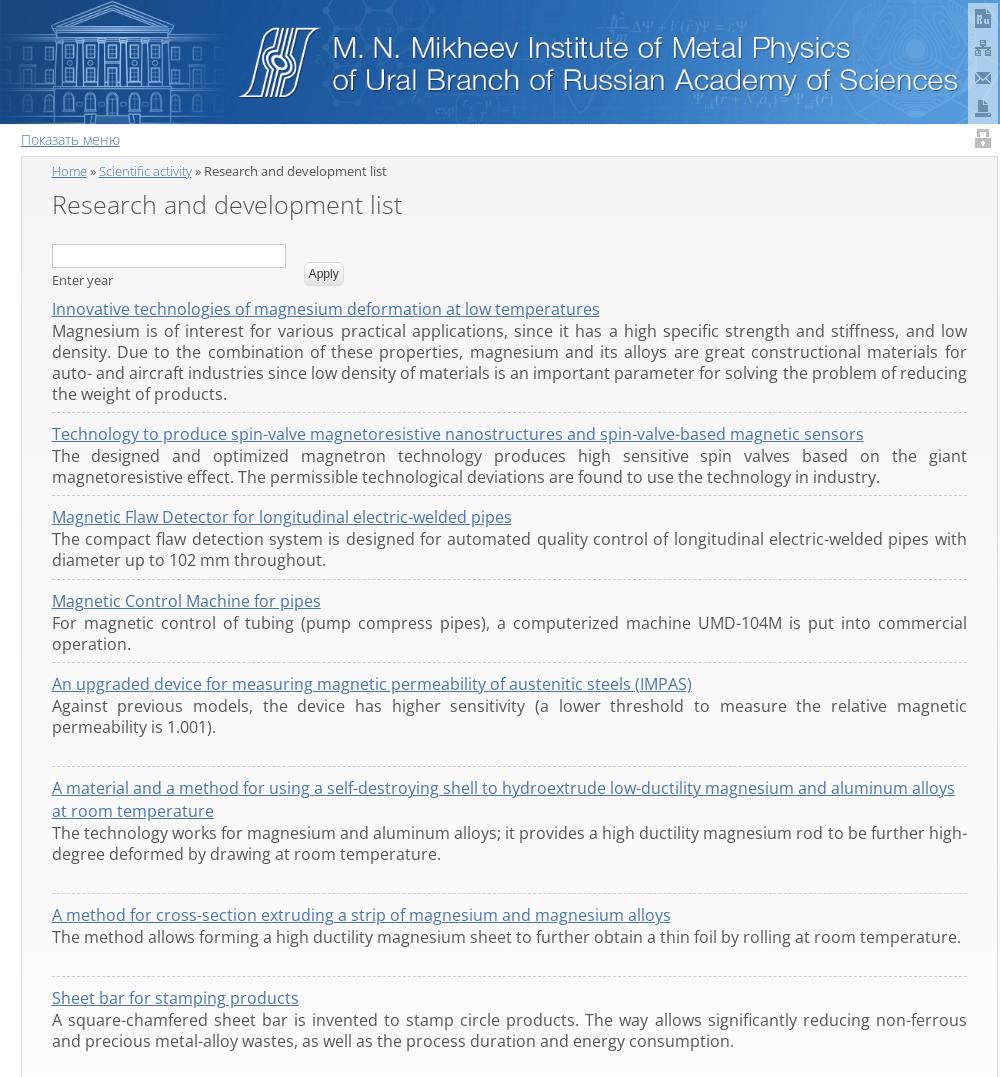 The image size is (1000, 1077). Describe the element at coordinates (174, 996) in the screenshot. I see `'Sheet bar for stamping products'` at that location.